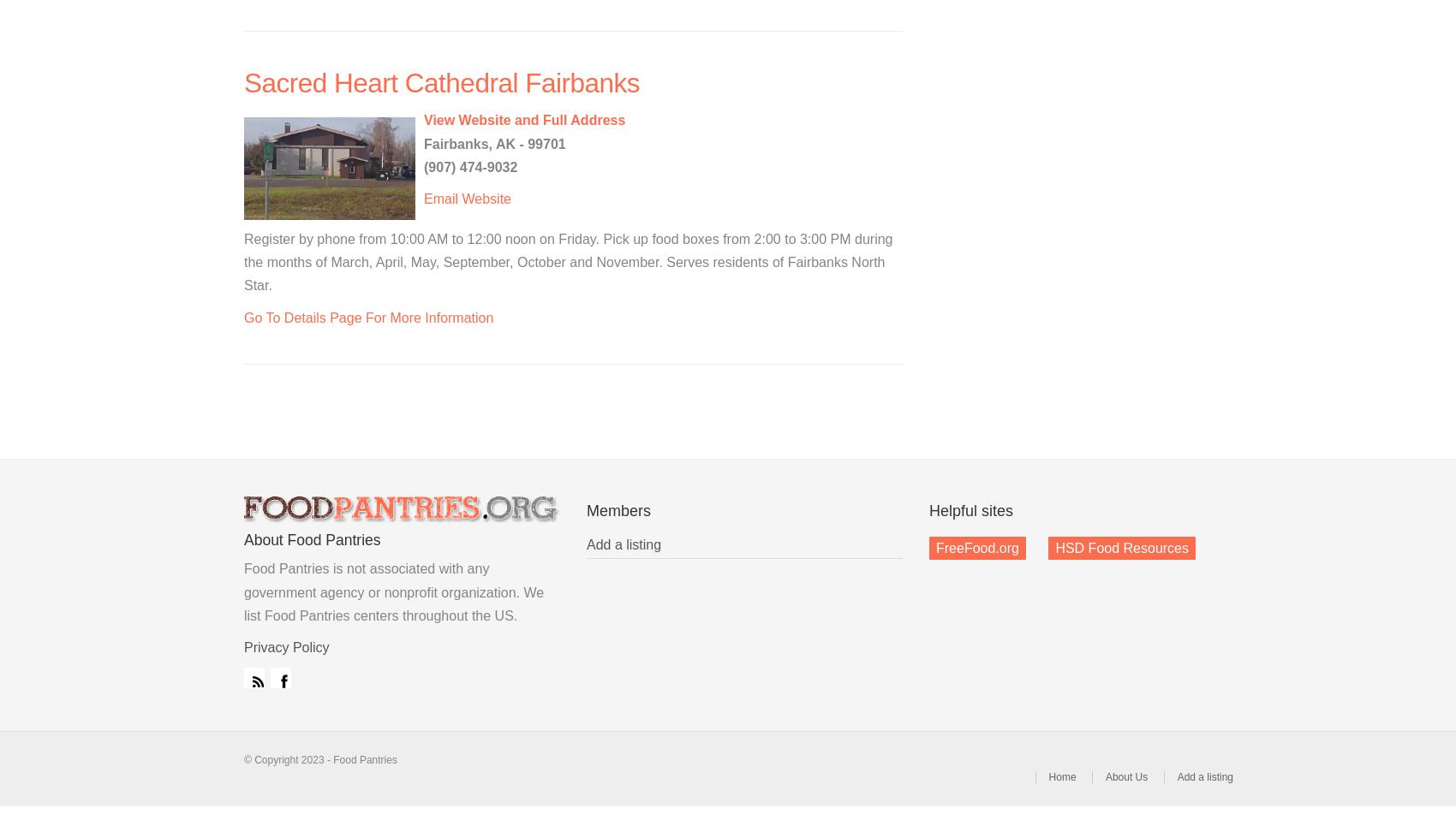  Describe the element at coordinates (243, 758) in the screenshot. I see `'© Copyright 2023 - Food Pantries'` at that location.